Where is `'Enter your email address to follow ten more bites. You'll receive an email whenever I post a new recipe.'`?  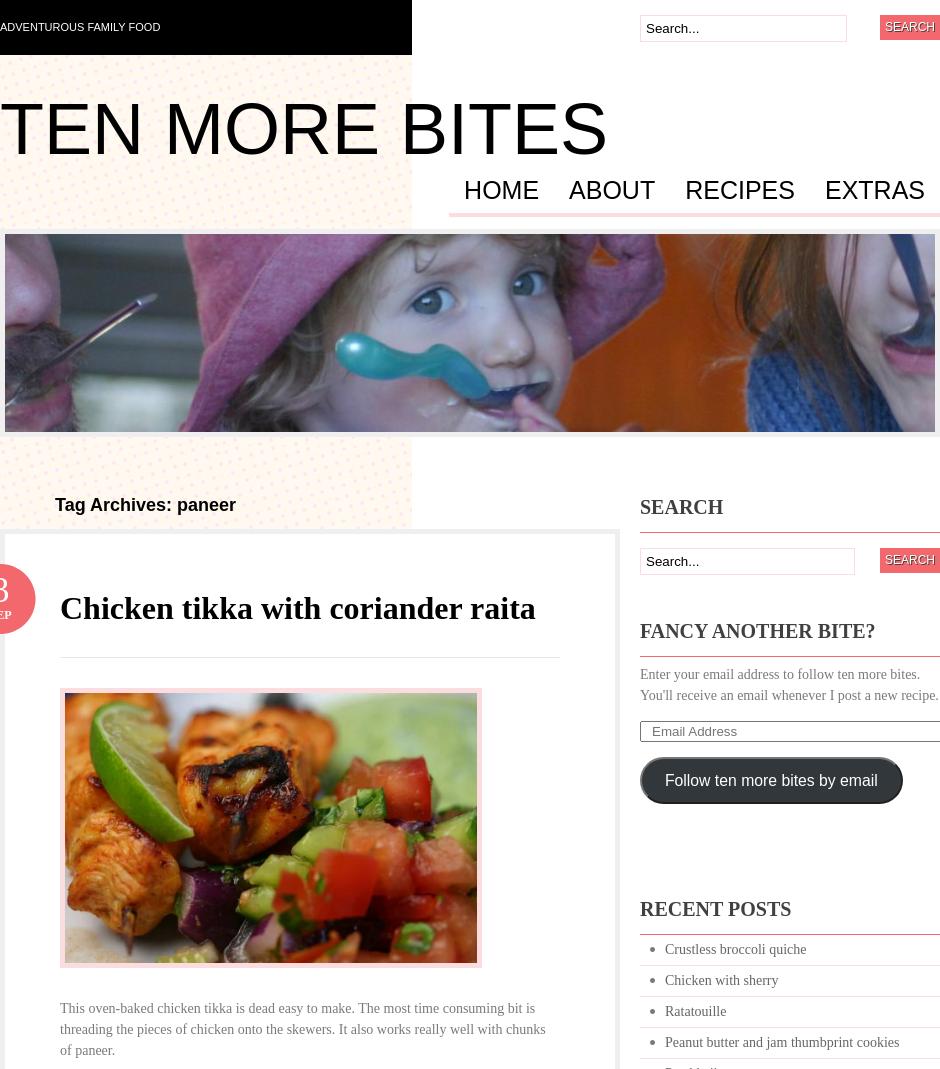
'Enter your email address to follow ten more bites. You'll receive an email whenever I post a new recipe.' is located at coordinates (789, 684).